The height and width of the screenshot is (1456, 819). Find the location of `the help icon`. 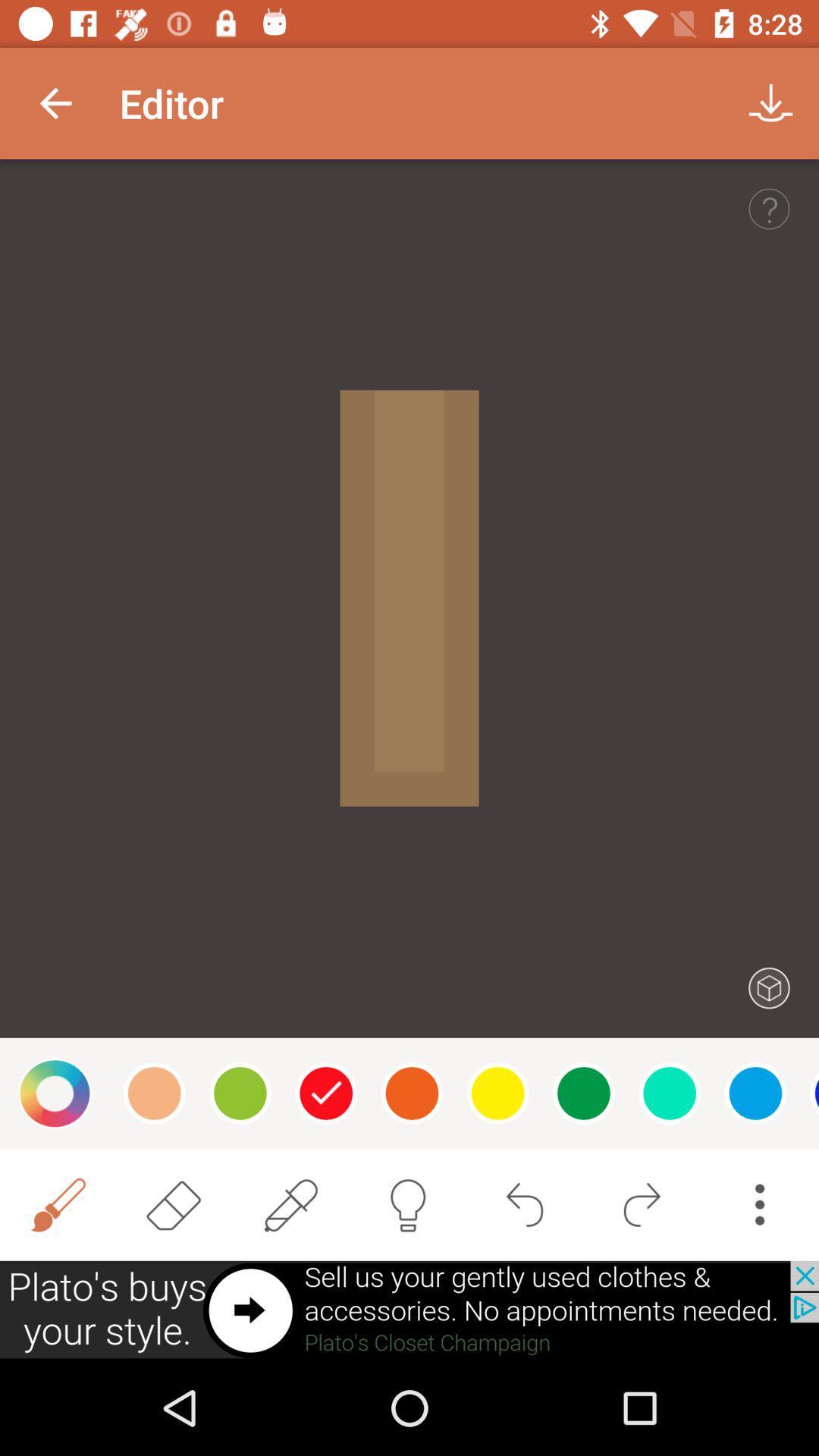

the help icon is located at coordinates (769, 208).